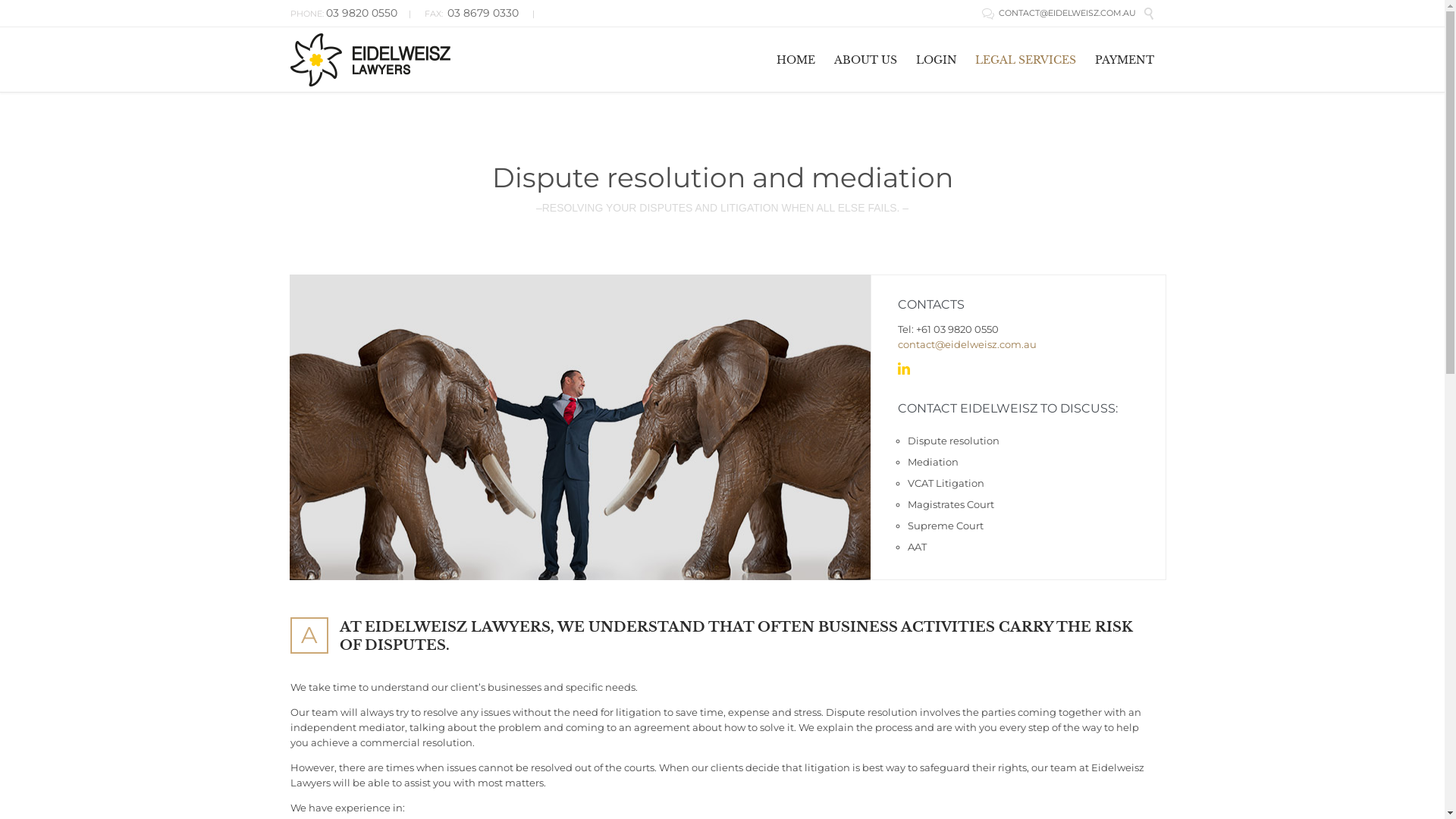 This screenshot has height=819, width=1456. I want to click on '03 8679 0330', so click(482, 14).